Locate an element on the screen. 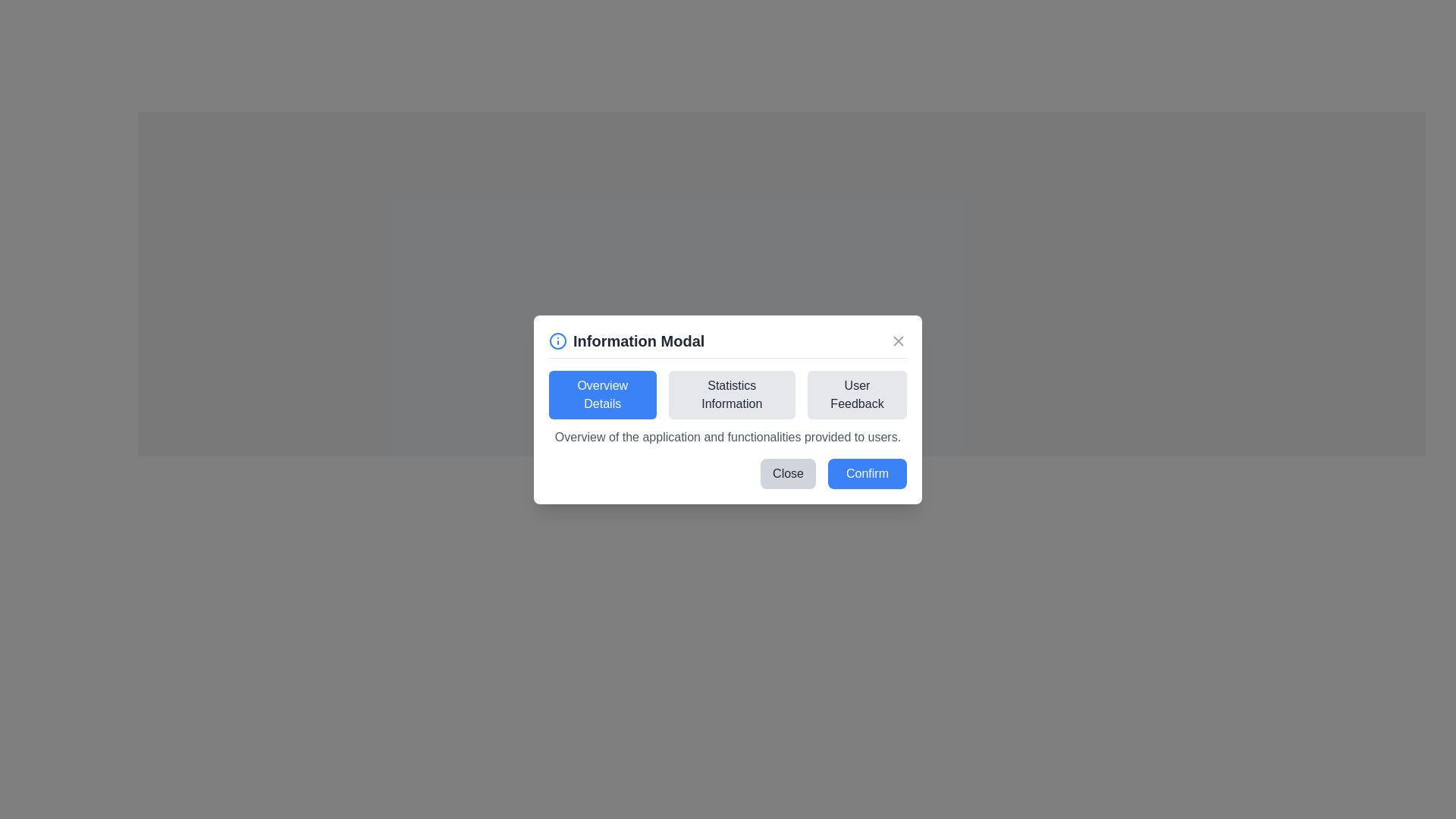  the gray 'X' button located in the top-right corner of the 'Information Modal' is located at coordinates (899, 340).